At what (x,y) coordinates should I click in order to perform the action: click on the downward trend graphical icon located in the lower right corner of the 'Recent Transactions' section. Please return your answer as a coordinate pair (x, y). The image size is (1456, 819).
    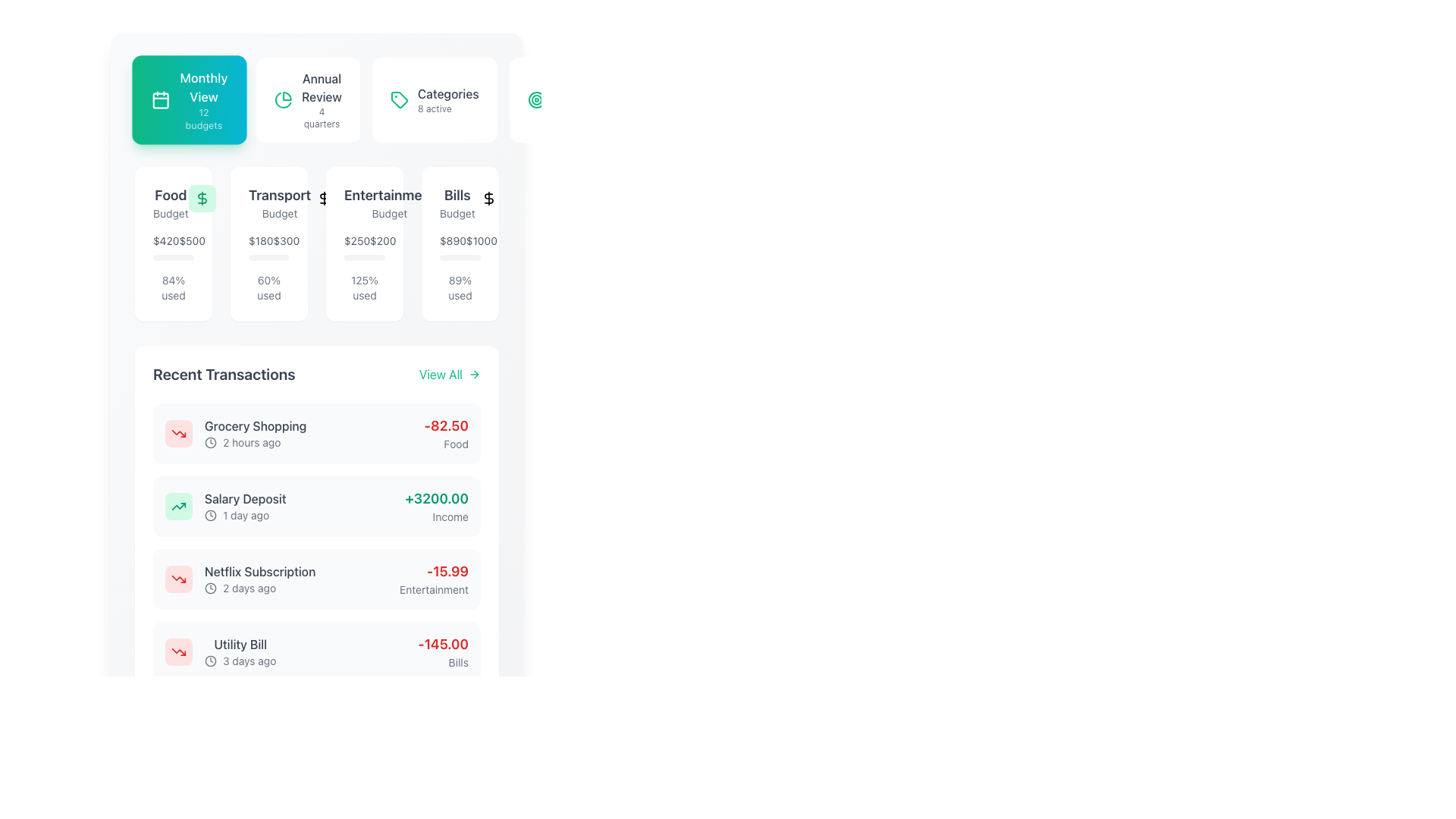
    Looking at the image, I should click on (178, 579).